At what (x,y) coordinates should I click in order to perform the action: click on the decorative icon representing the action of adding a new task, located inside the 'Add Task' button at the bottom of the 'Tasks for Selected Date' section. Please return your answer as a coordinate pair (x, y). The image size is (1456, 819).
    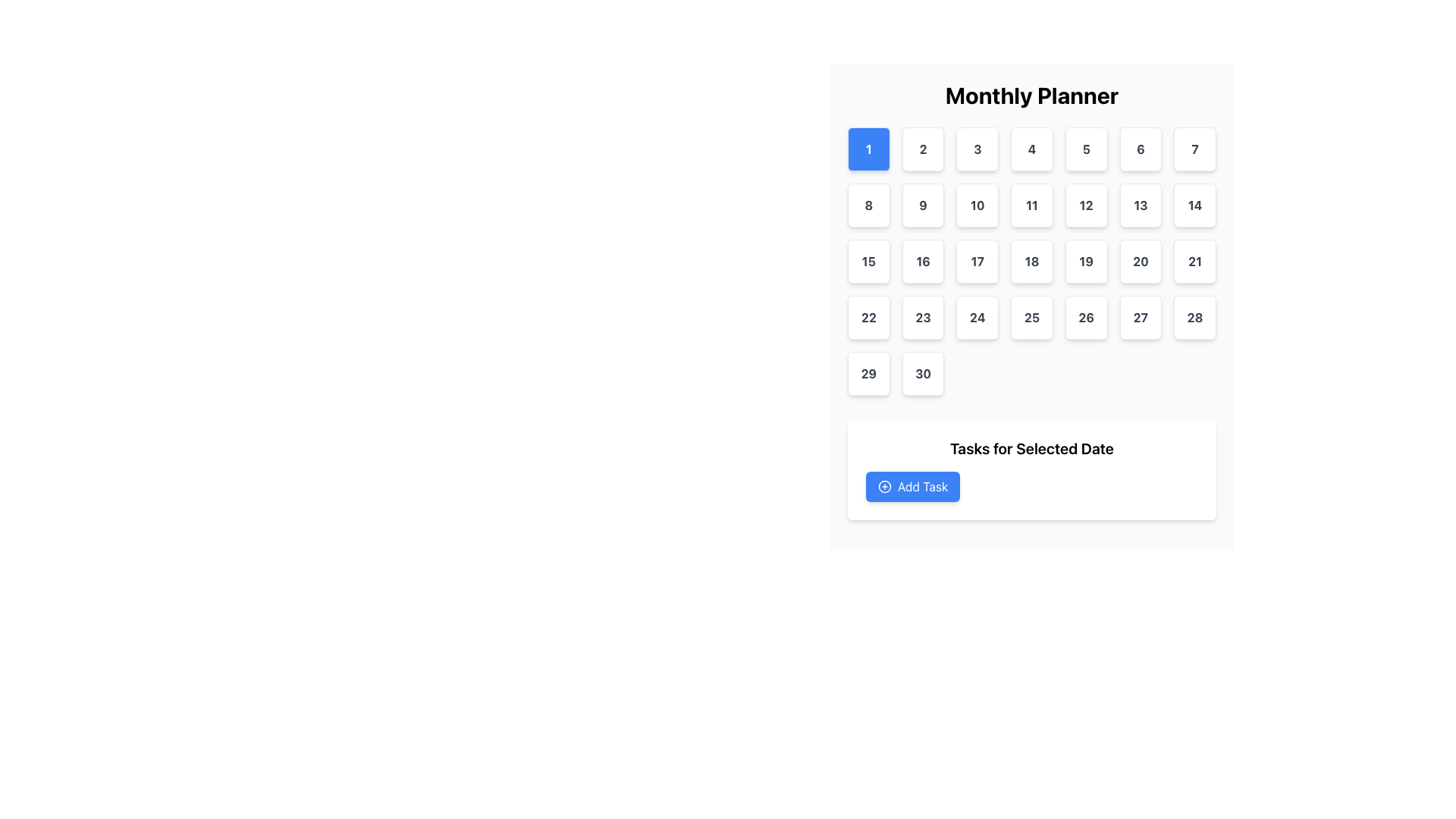
    Looking at the image, I should click on (884, 486).